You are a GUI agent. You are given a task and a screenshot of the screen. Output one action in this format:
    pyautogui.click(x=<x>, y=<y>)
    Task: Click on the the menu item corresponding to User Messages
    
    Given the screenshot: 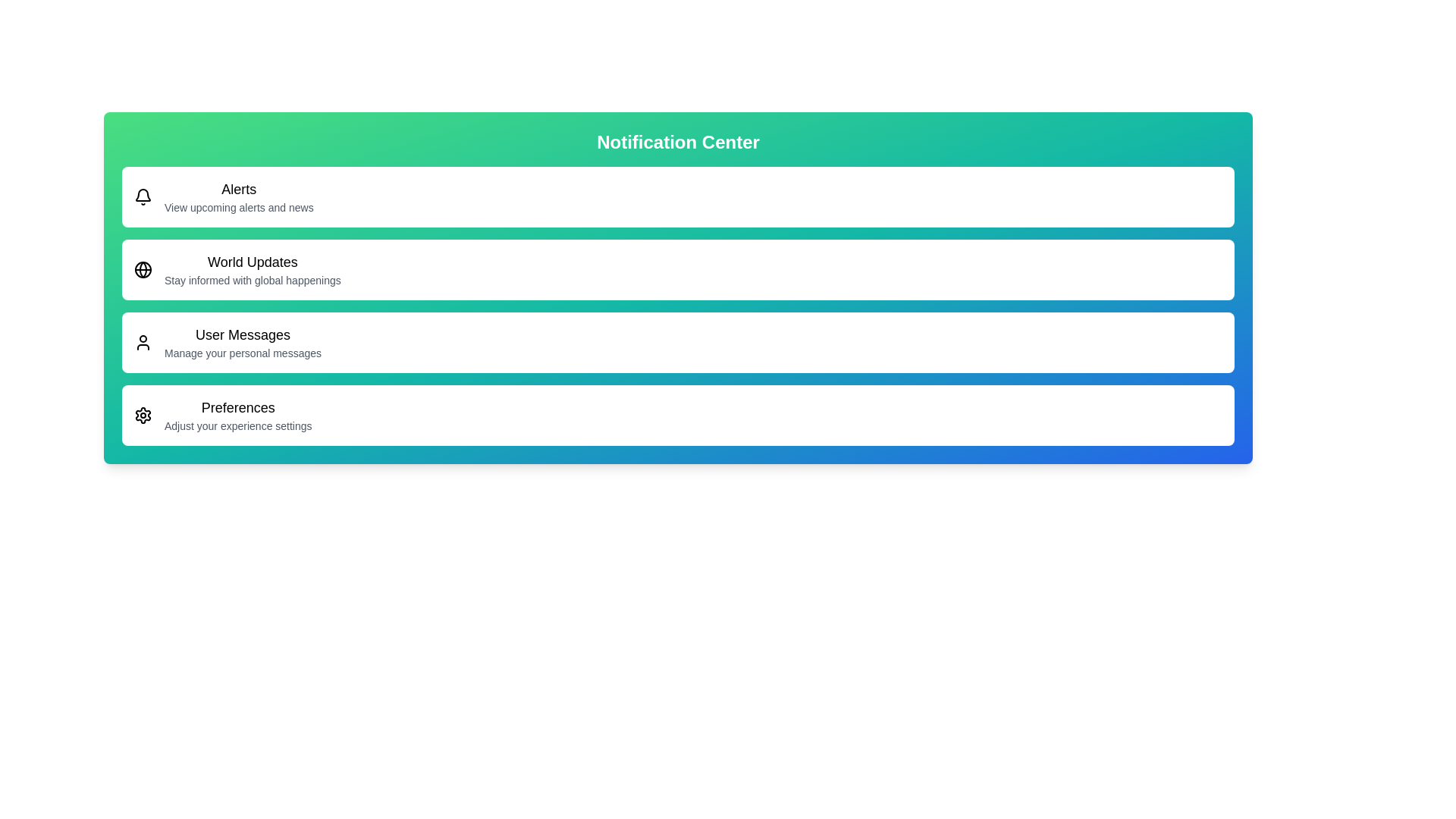 What is the action you would take?
    pyautogui.click(x=677, y=342)
    